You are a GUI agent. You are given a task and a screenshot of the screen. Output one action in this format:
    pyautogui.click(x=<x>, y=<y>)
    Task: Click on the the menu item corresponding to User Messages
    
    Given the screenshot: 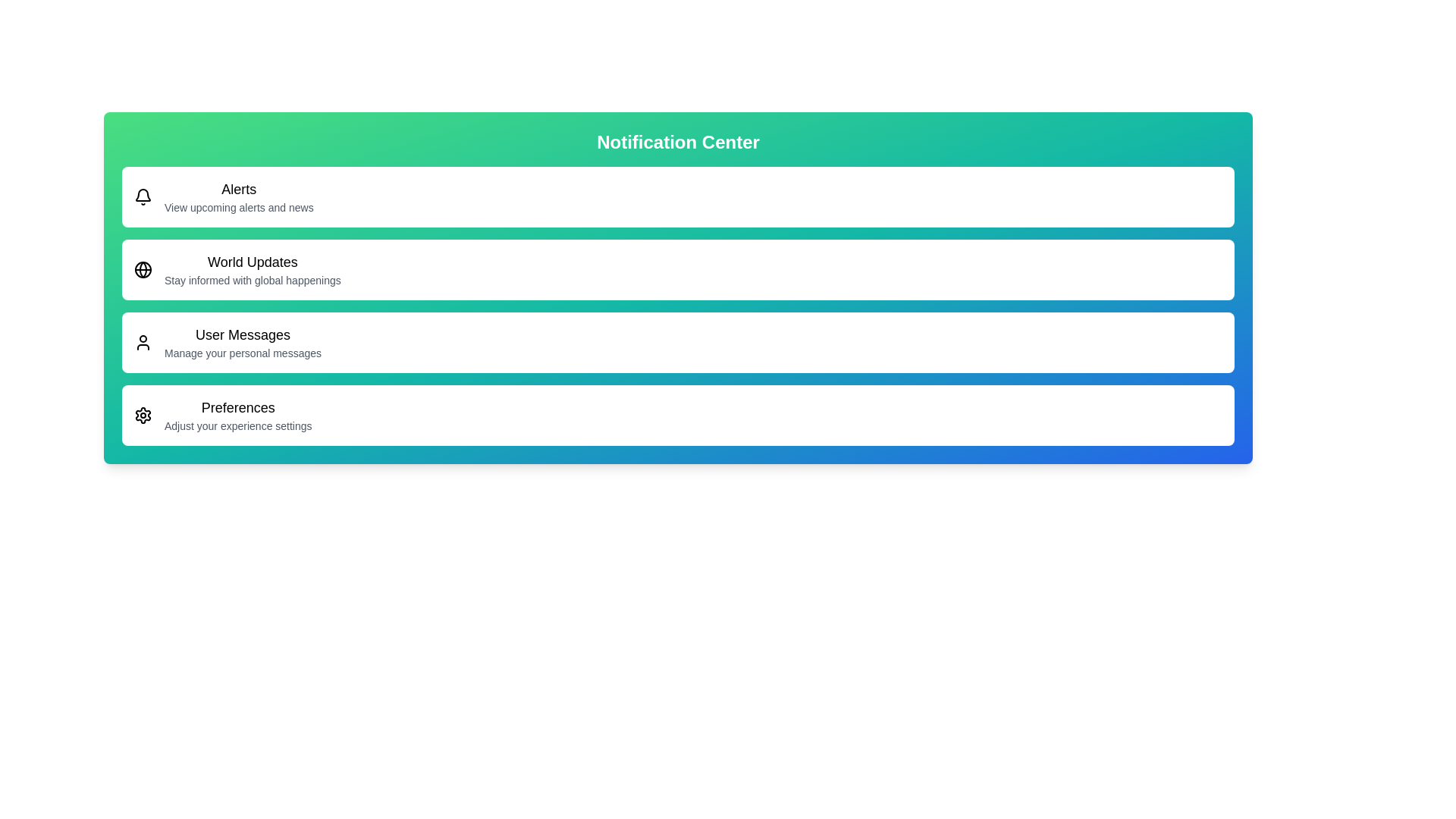 What is the action you would take?
    pyautogui.click(x=677, y=342)
    